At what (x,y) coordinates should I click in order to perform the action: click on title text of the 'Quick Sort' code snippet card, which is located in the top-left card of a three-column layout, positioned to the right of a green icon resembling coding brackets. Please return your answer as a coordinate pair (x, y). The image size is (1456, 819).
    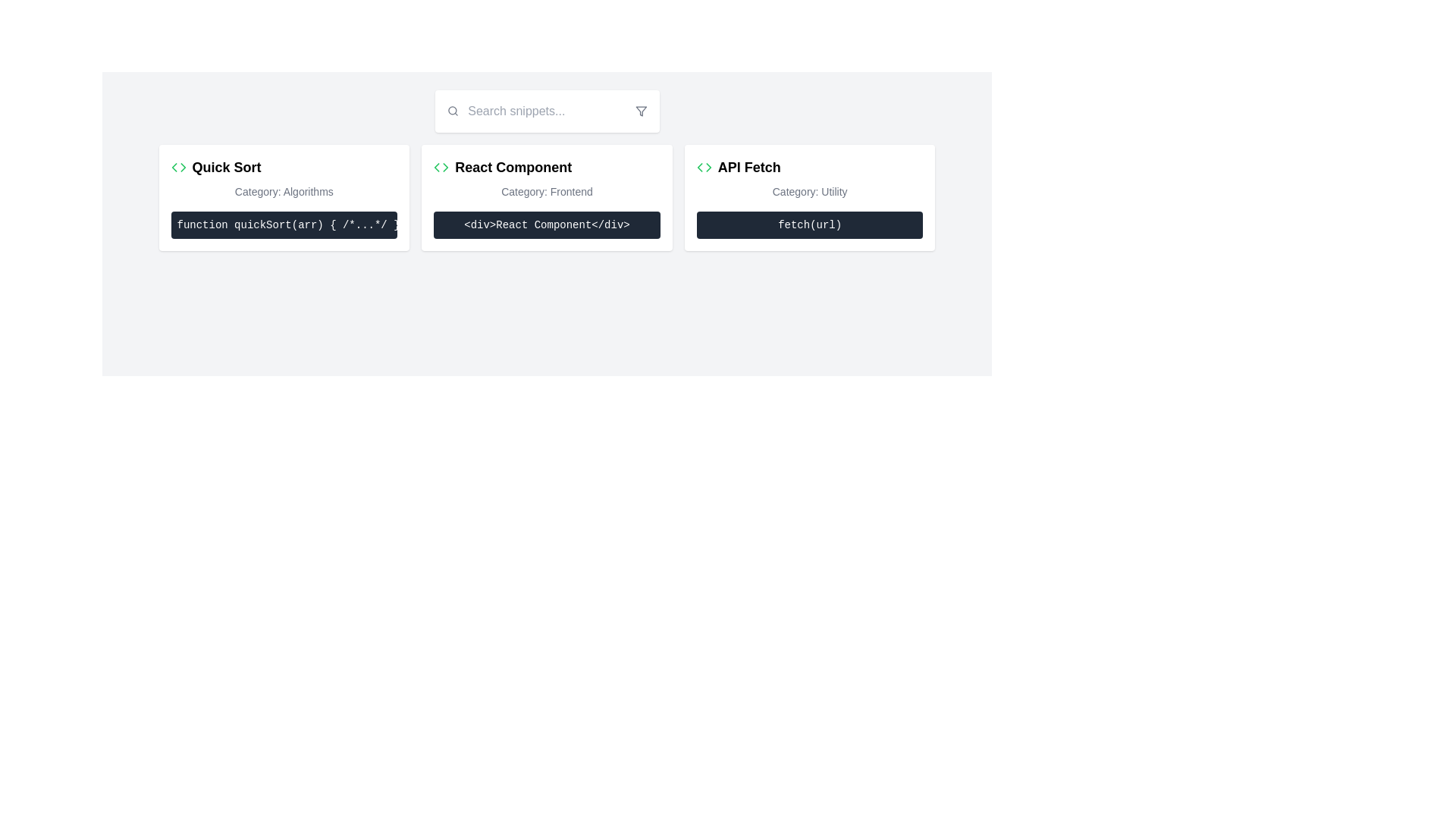
    Looking at the image, I should click on (225, 167).